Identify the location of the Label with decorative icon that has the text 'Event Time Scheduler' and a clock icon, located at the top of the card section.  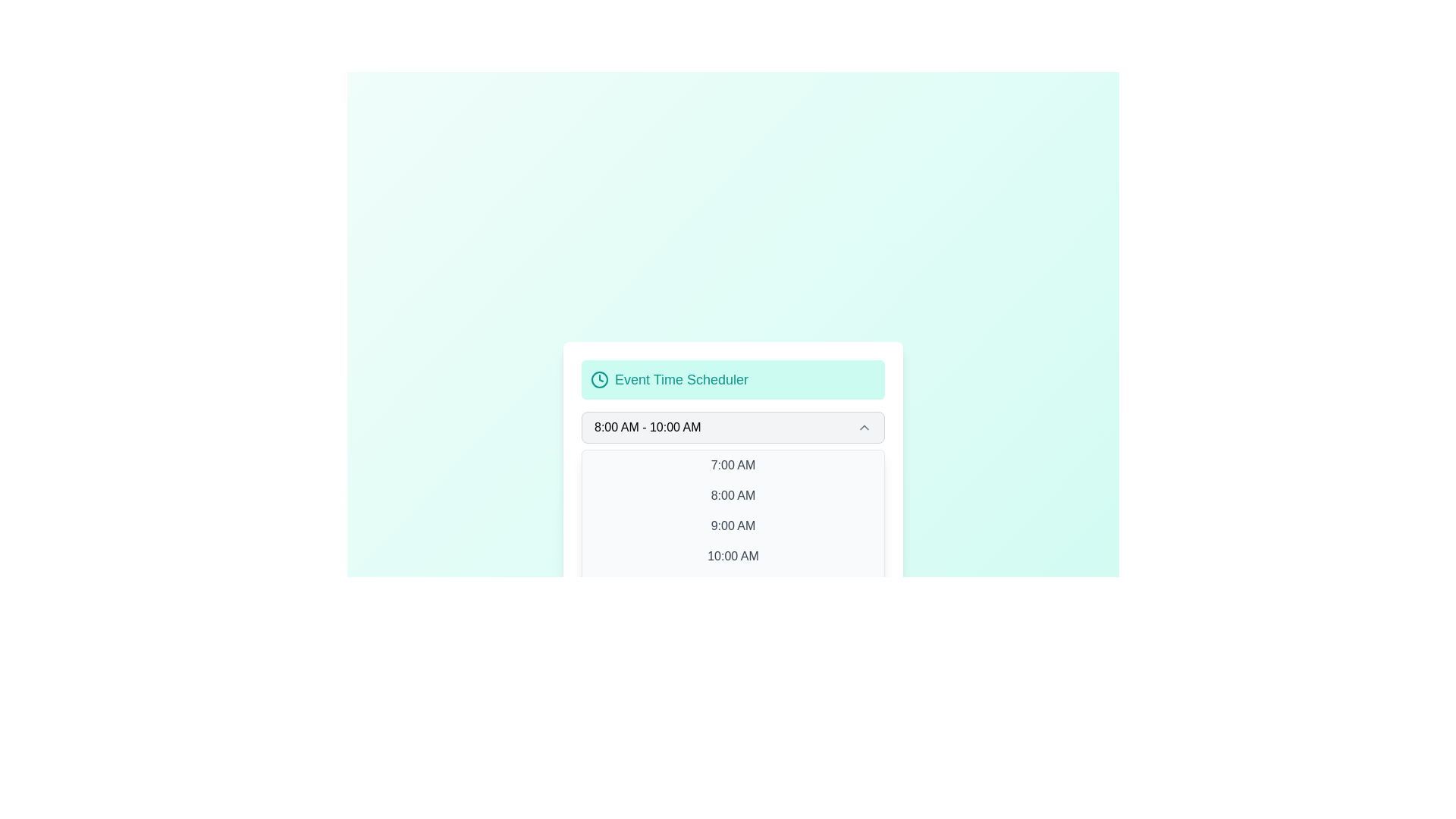
(733, 379).